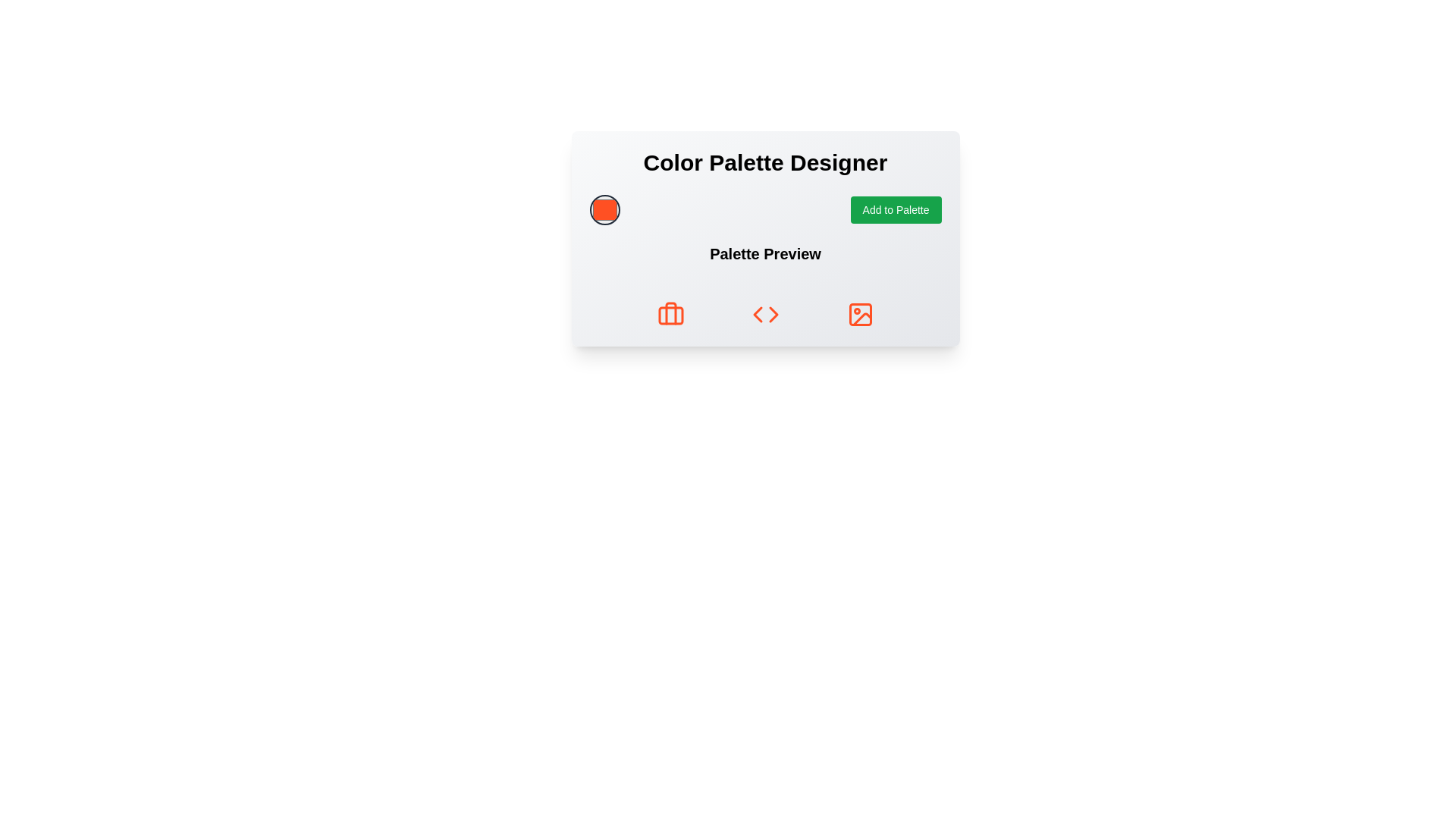 Image resolution: width=1456 pixels, height=819 pixels. What do you see at coordinates (765, 314) in the screenshot?
I see `the central icon button in the 'Palette Preview' card` at bounding box center [765, 314].